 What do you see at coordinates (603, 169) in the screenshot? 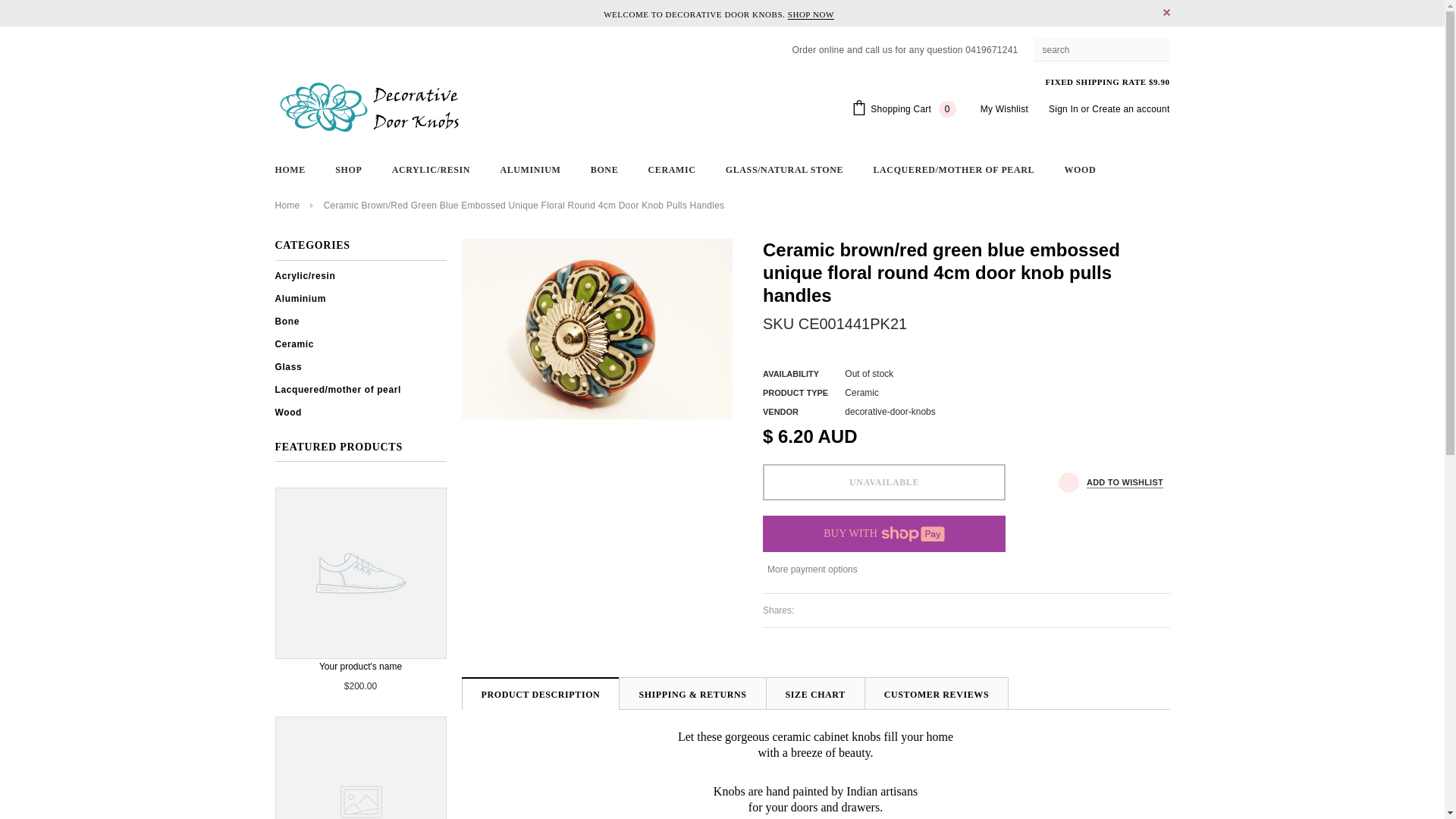
I see `'BONE'` at bounding box center [603, 169].